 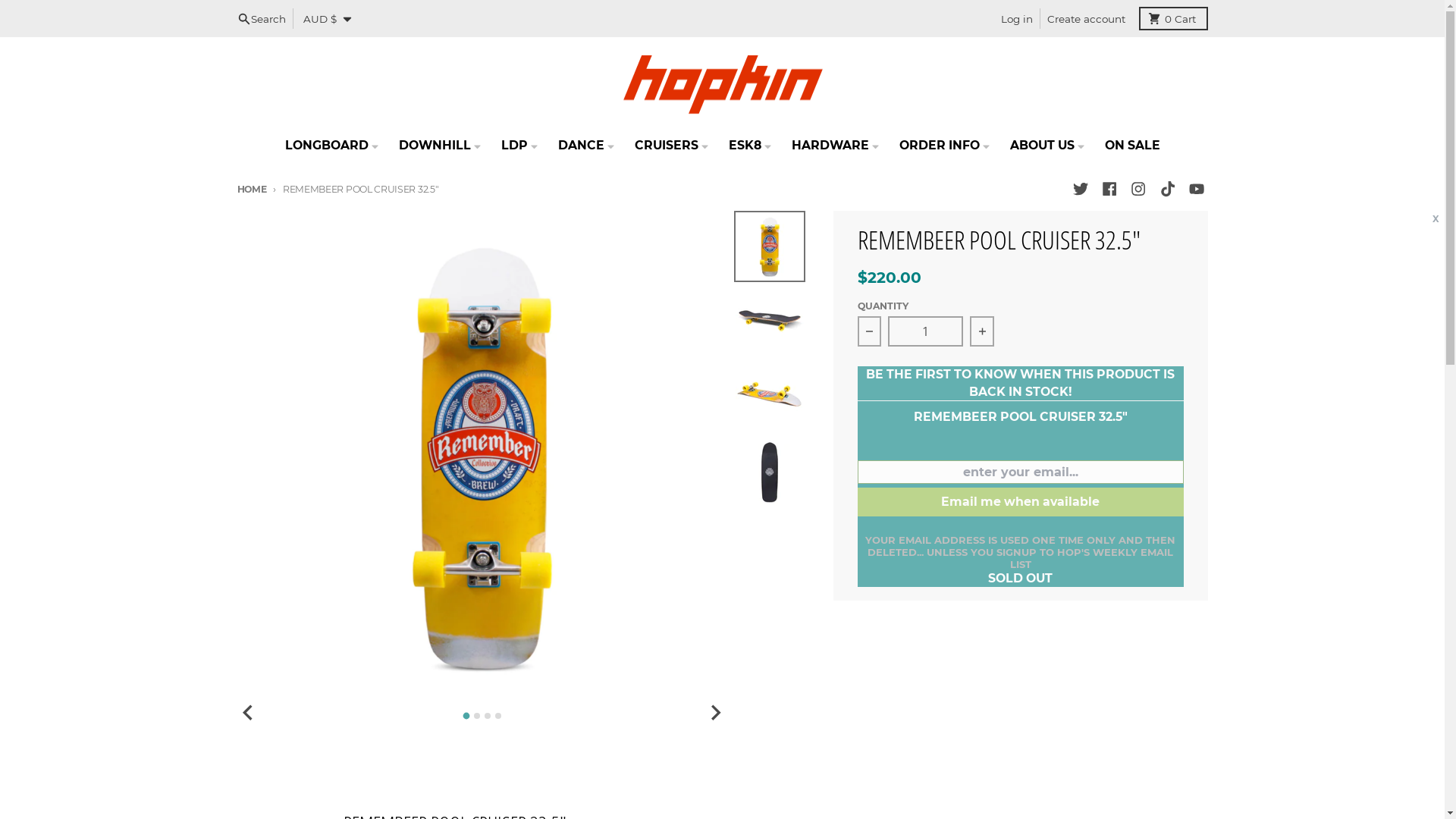 What do you see at coordinates (1156, 188) in the screenshot?
I see `'TikTok - Hopkin Skate'` at bounding box center [1156, 188].